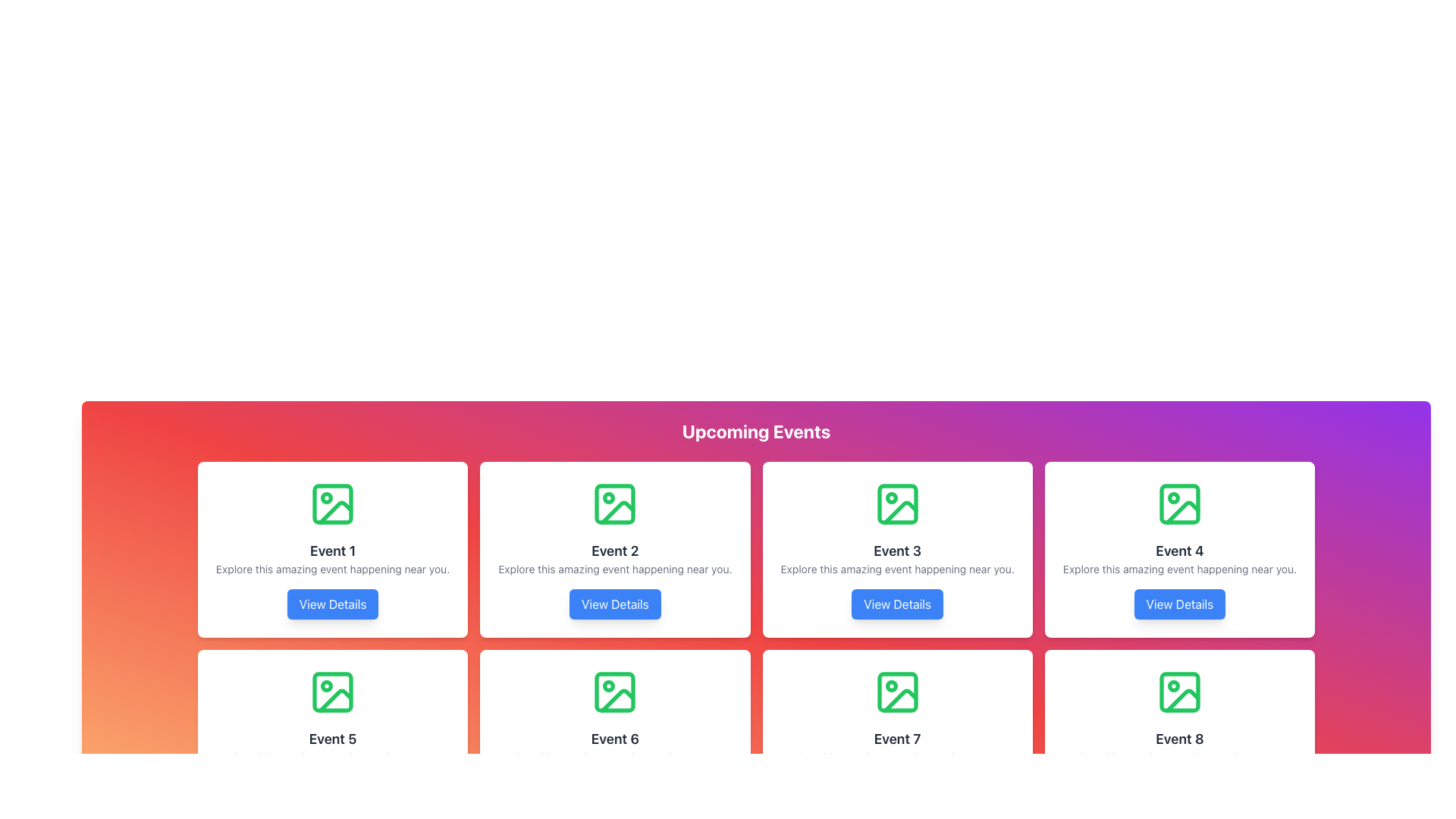 This screenshot has width=1456, height=819. I want to click on the decorative icon representing 'Event 5' located in the second row, first column of the six-event grid layout, so click(332, 692).